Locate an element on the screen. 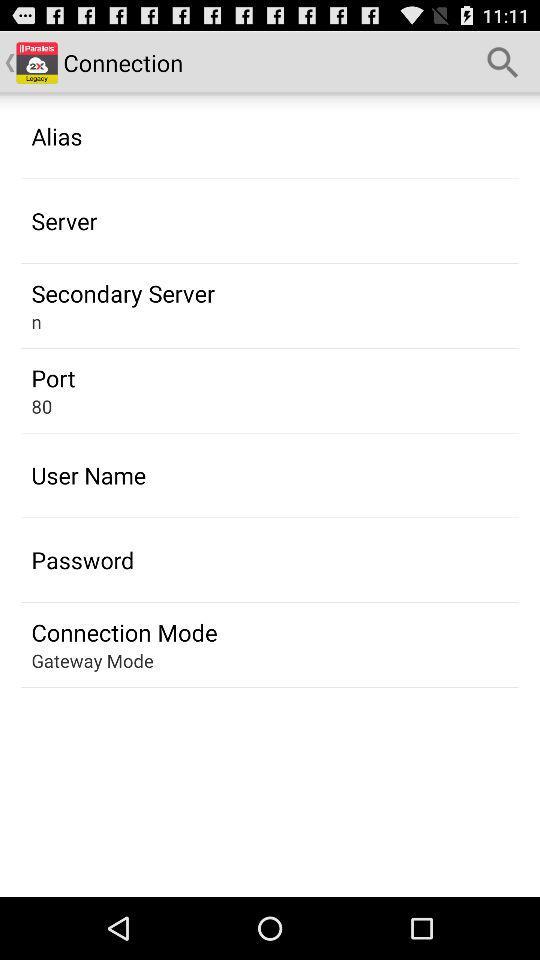 The height and width of the screenshot is (960, 540). the item below the 80 item is located at coordinates (87, 475).